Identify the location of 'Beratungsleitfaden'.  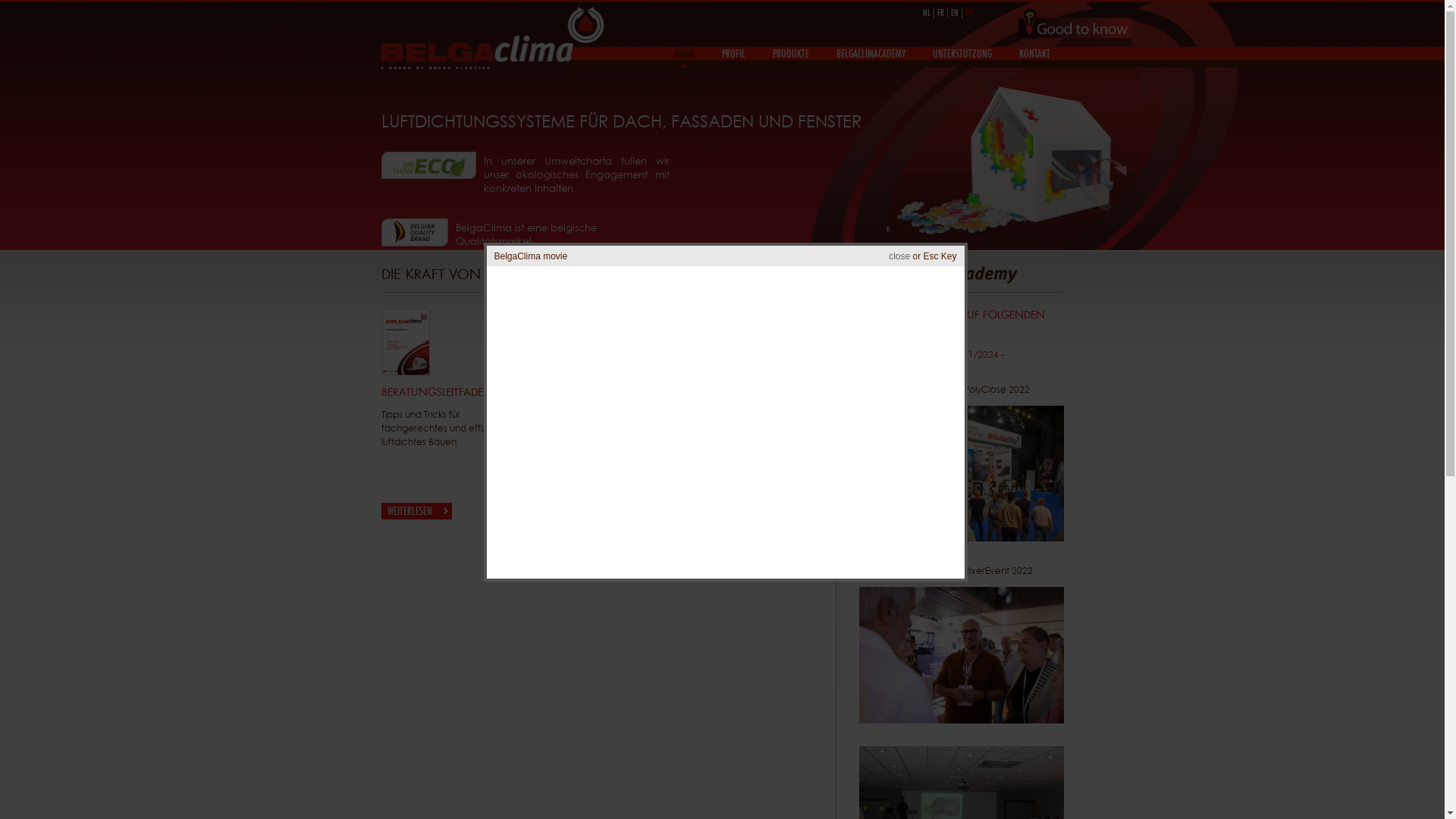
(405, 373).